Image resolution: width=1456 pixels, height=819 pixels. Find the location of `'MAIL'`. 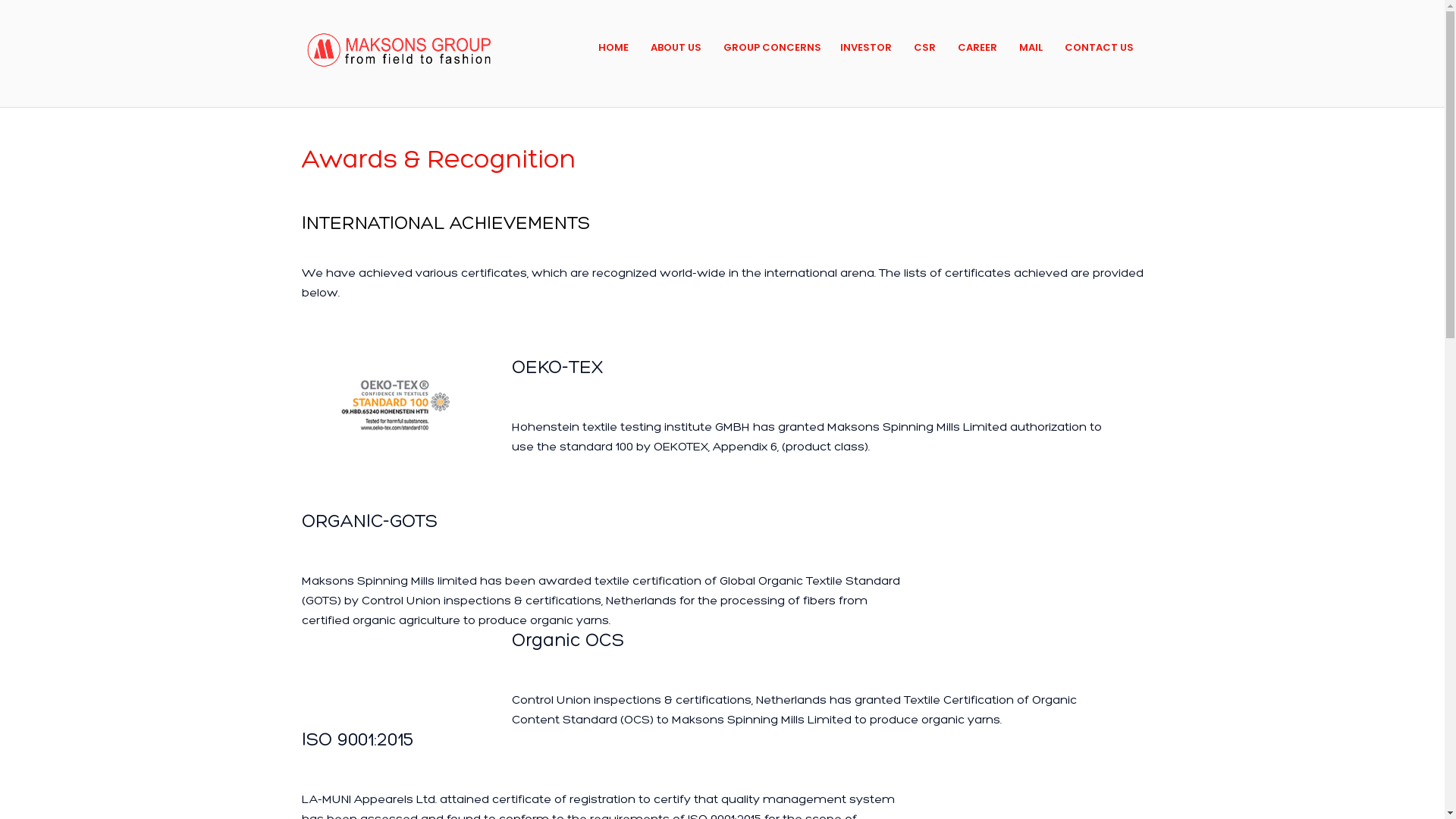

'MAIL' is located at coordinates (1031, 46).